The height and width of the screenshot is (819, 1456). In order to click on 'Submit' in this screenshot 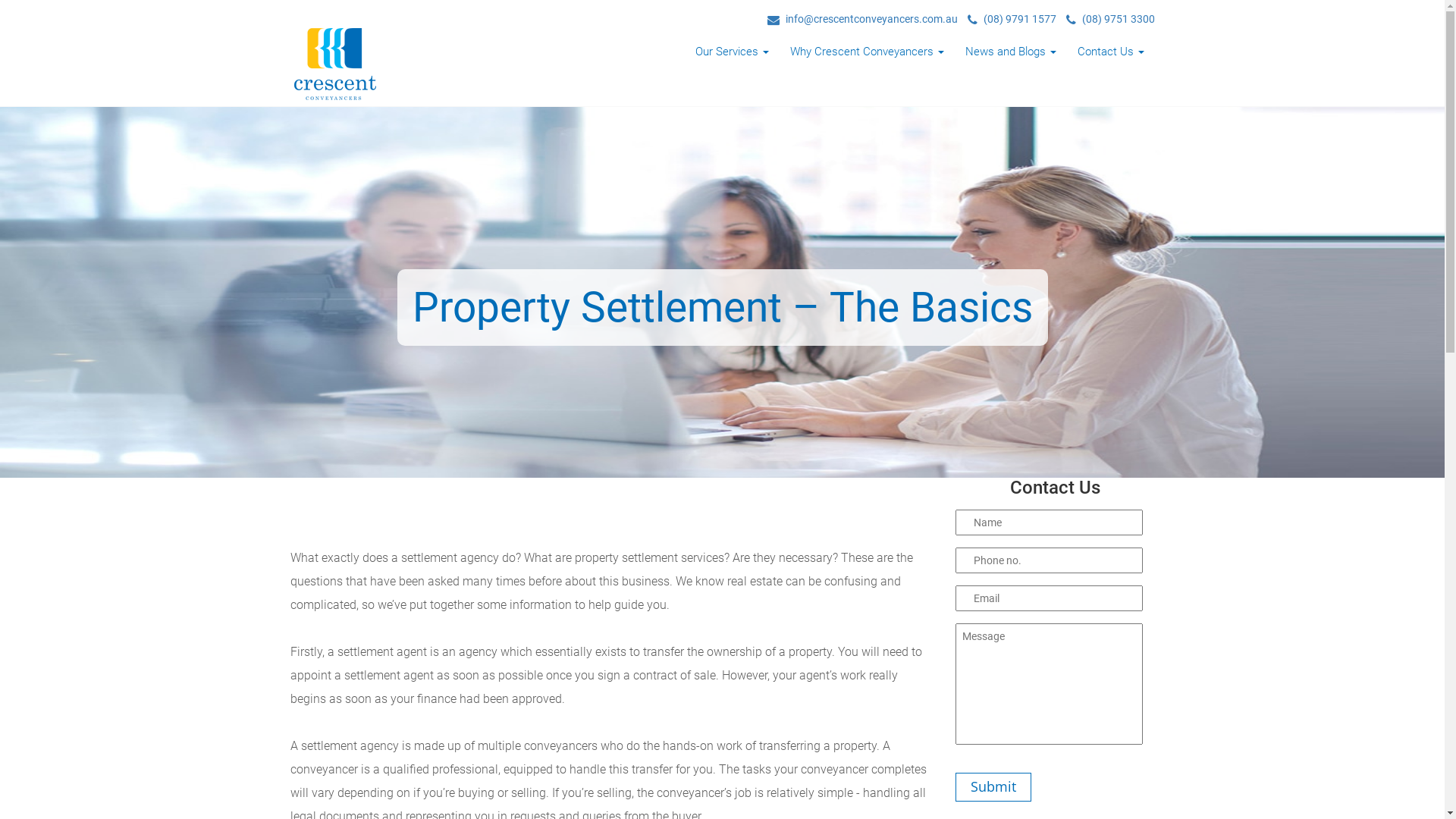, I will do `click(954, 786)`.